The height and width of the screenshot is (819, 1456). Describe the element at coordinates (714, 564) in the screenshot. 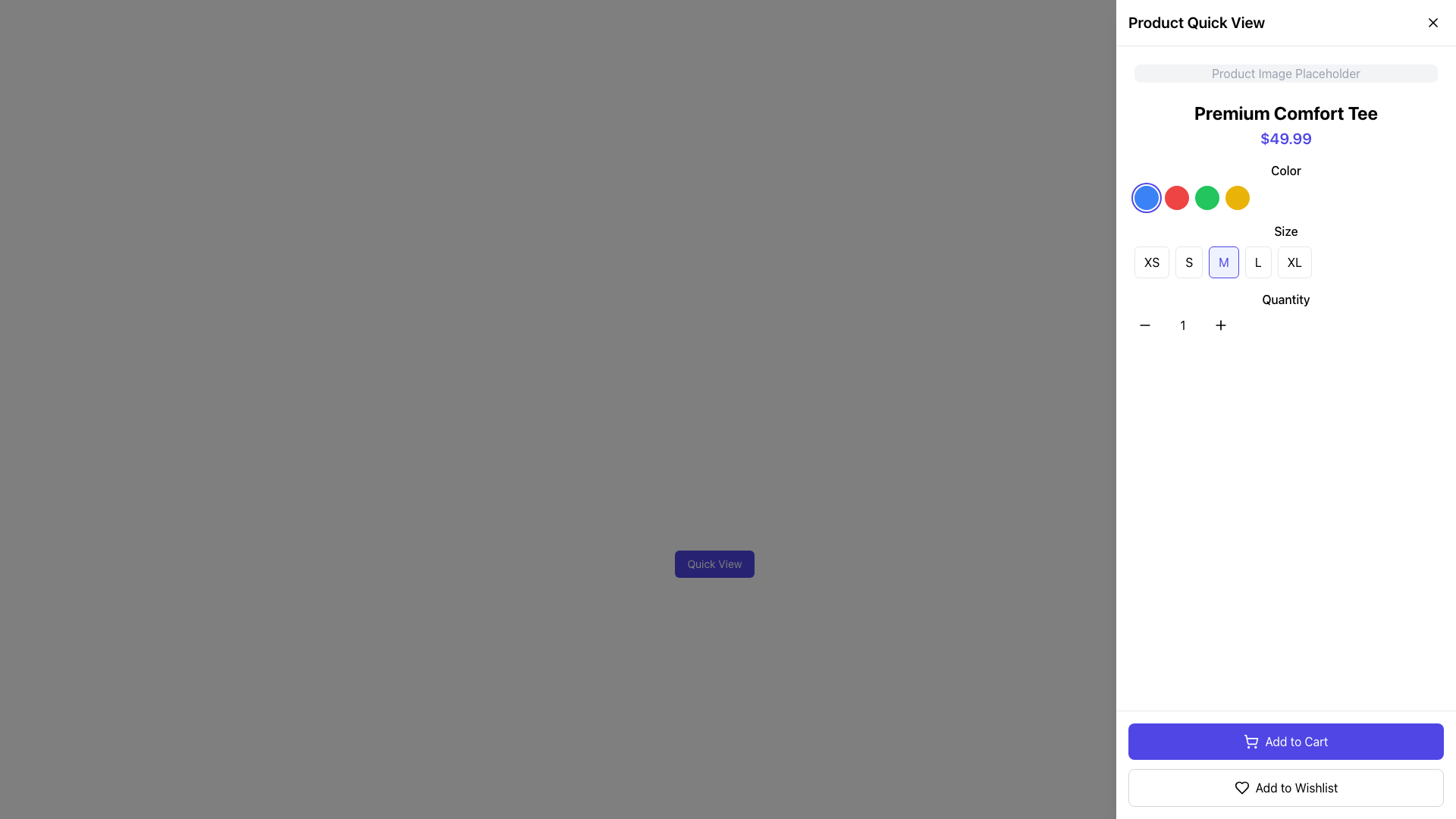

I see `the button located in the central portion of the interface` at that location.